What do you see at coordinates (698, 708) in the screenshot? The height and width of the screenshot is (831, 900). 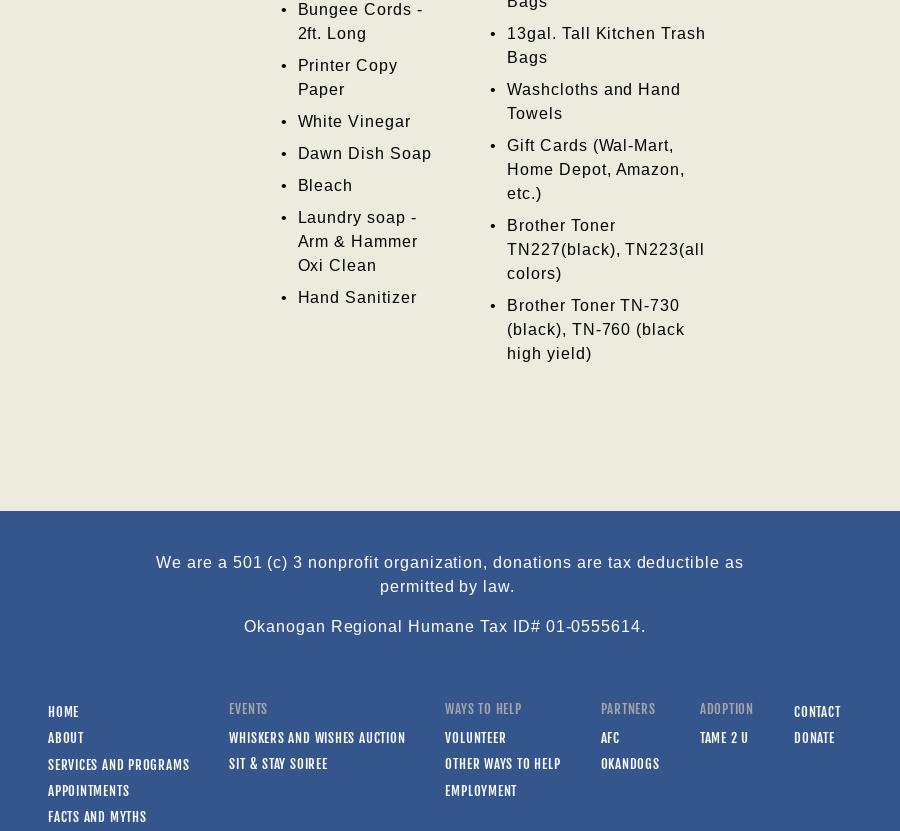 I see `'Adoption'` at bounding box center [698, 708].